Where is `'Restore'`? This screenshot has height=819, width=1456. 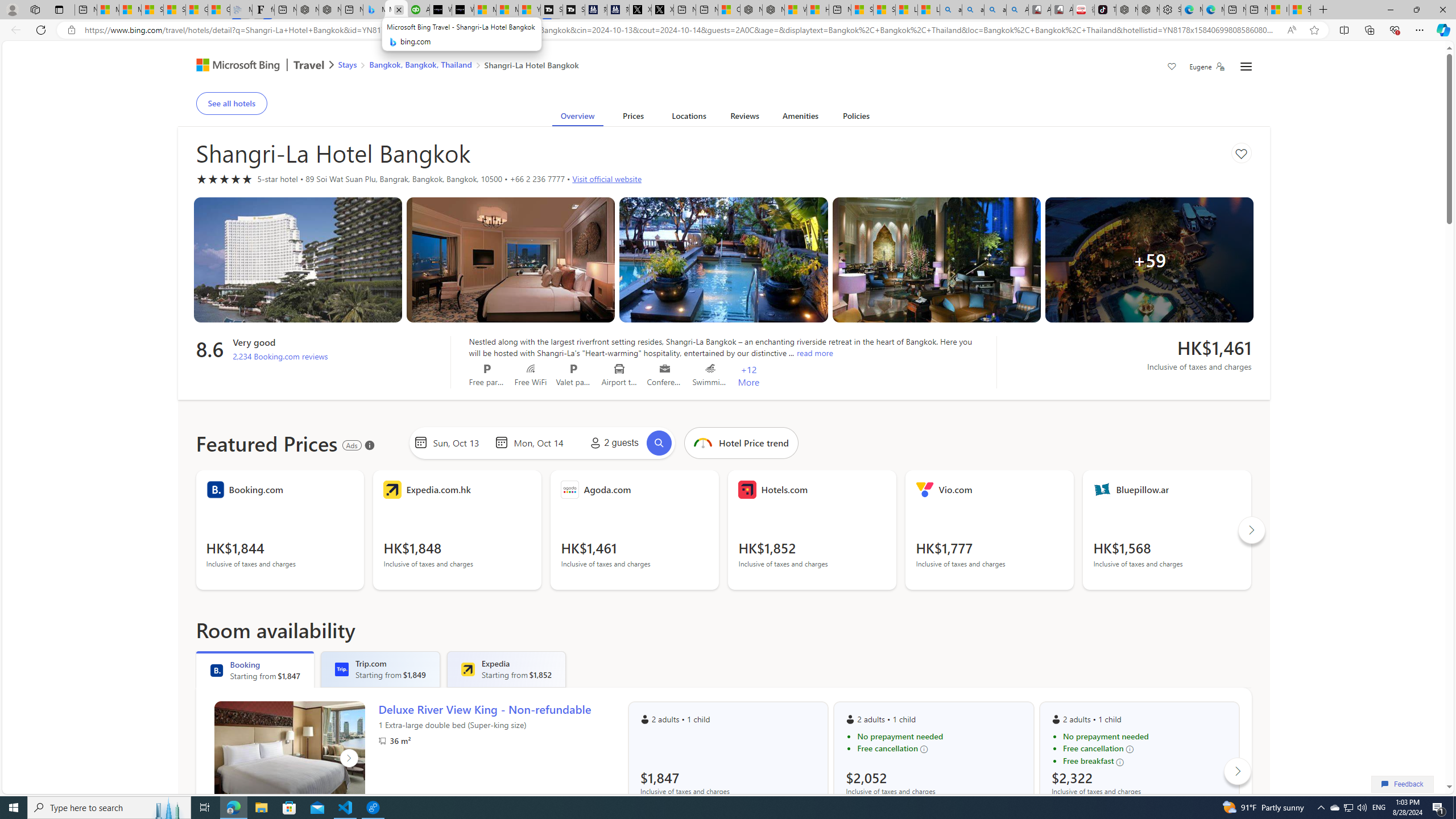
'Restore' is located at coordinates (1416, 9).